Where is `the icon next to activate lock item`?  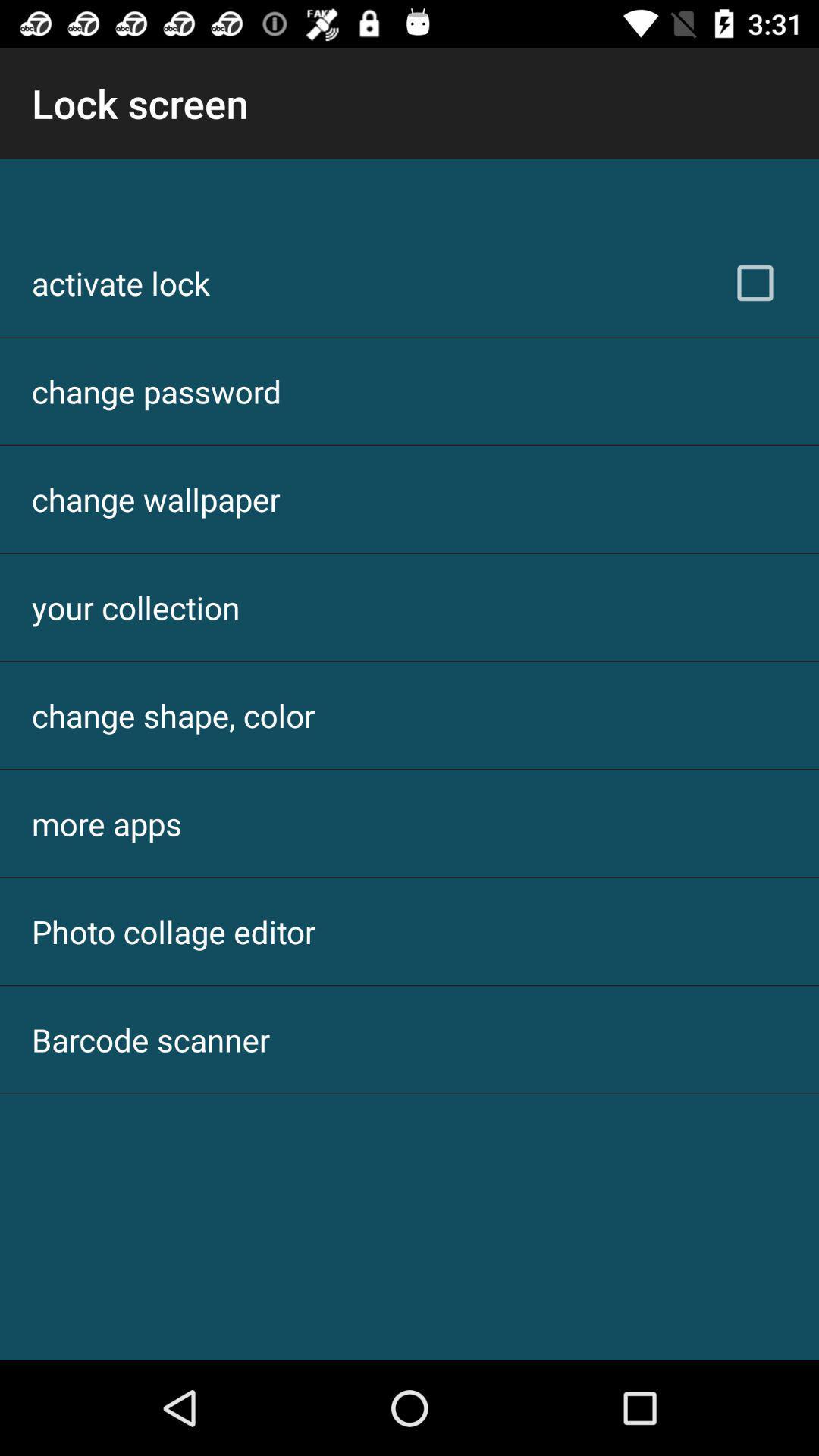
the icon next to activate lock item is located at coordinates (755, 283).